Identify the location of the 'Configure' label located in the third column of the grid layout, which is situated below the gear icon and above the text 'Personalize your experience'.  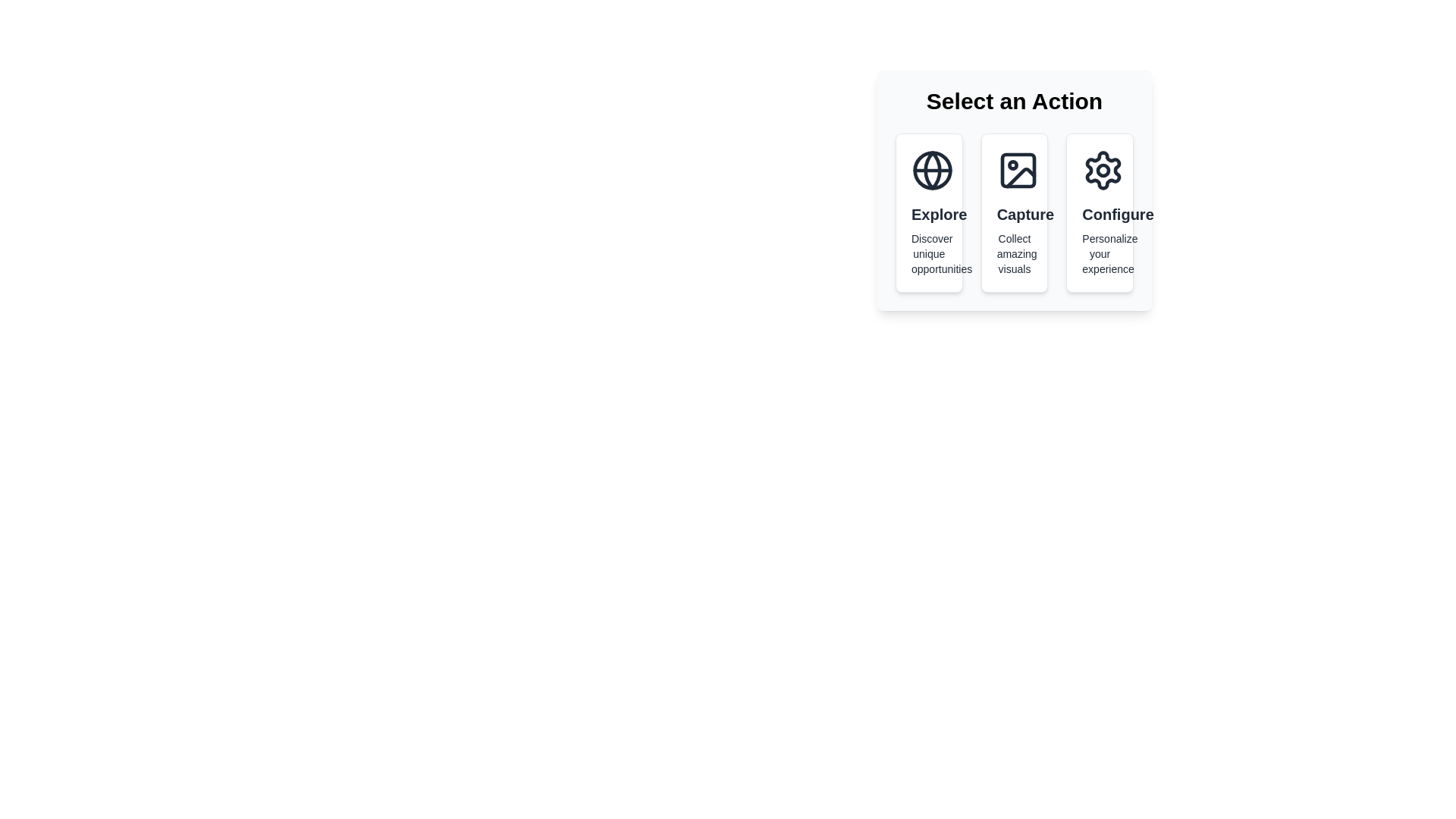
(1100, 214).